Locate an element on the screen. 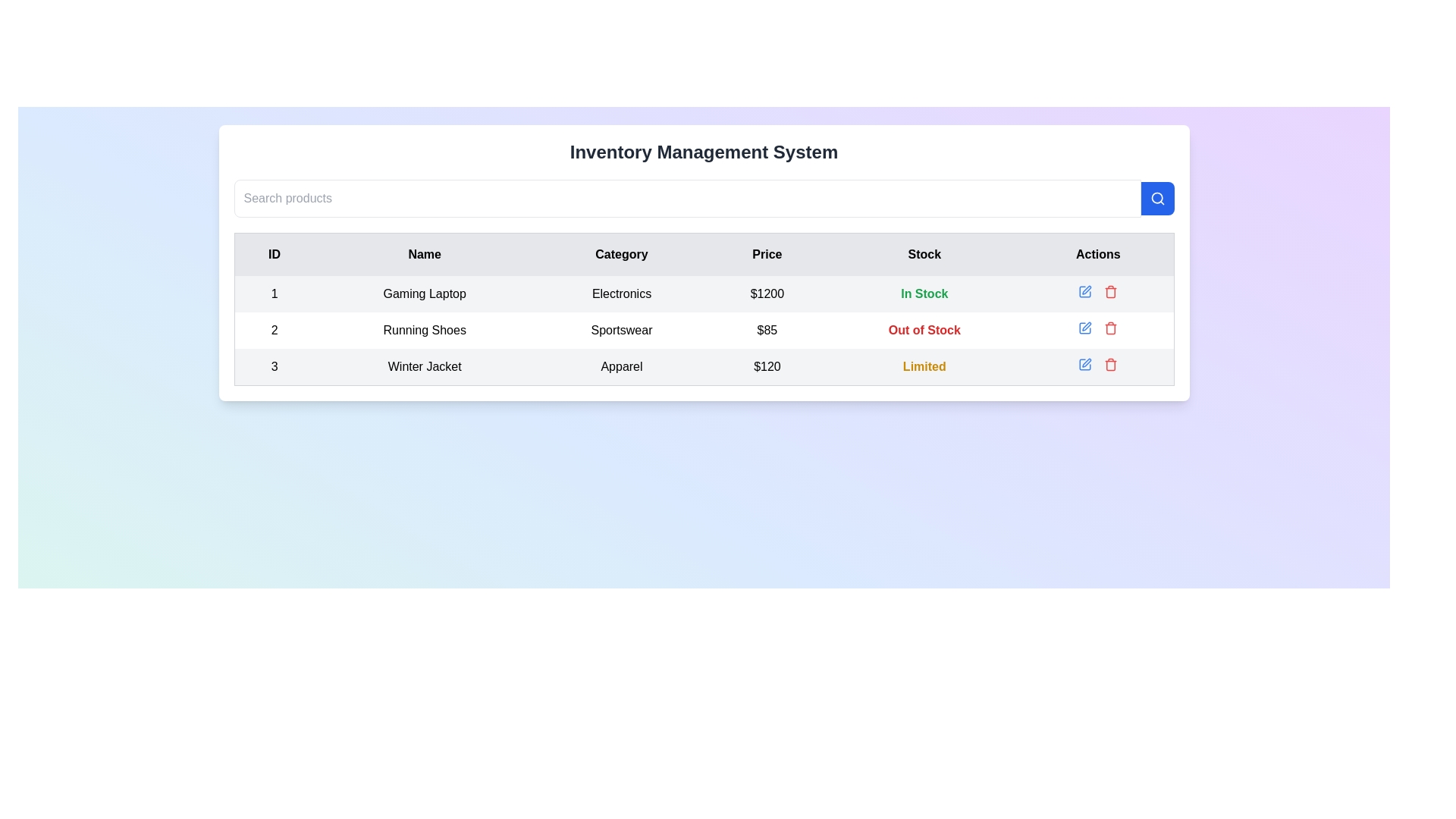  text content of the large, bold text label displaying 'Inventory Management System' at the top of the content area is located at coordinates (703, 152).